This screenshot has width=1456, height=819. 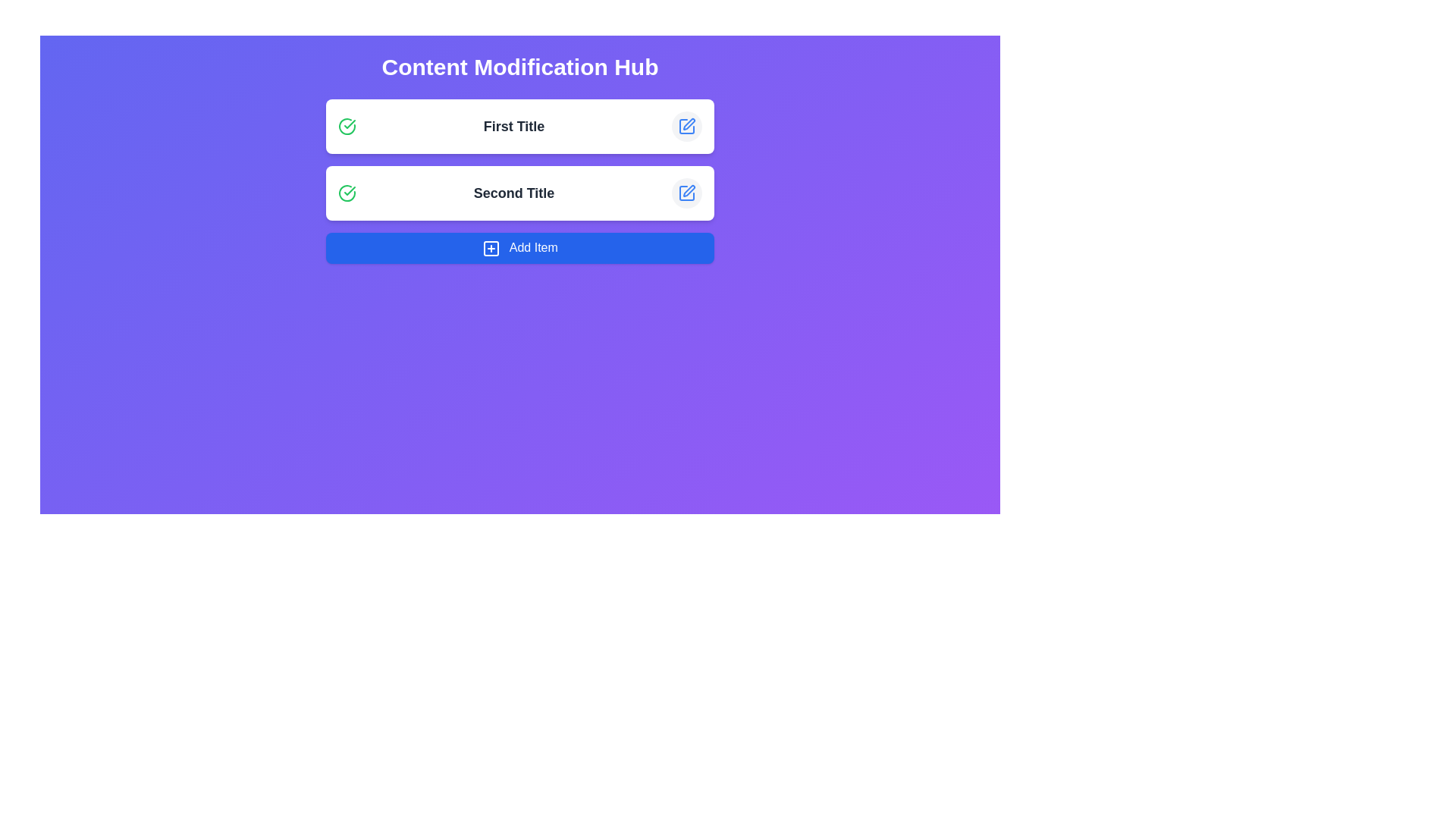 What do you see at coordinates (491, 247) in the screenshot?
I see `the icon with a square containing a cross located on the left side of the blue button labeled 'Add Item'` at bounding box center [491, 247].